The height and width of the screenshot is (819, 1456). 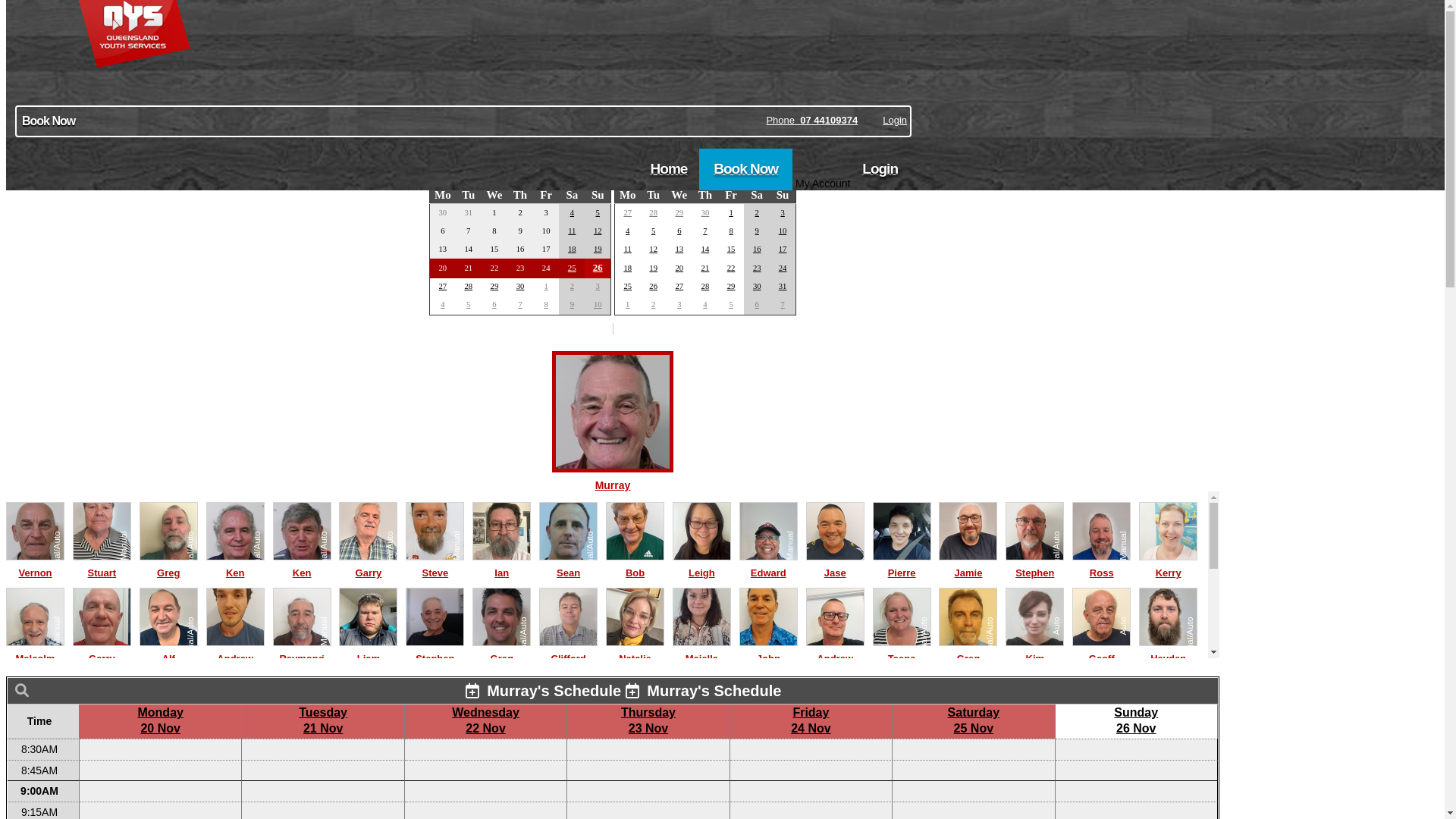 I want to click on '31', so click(x=783, y=286).